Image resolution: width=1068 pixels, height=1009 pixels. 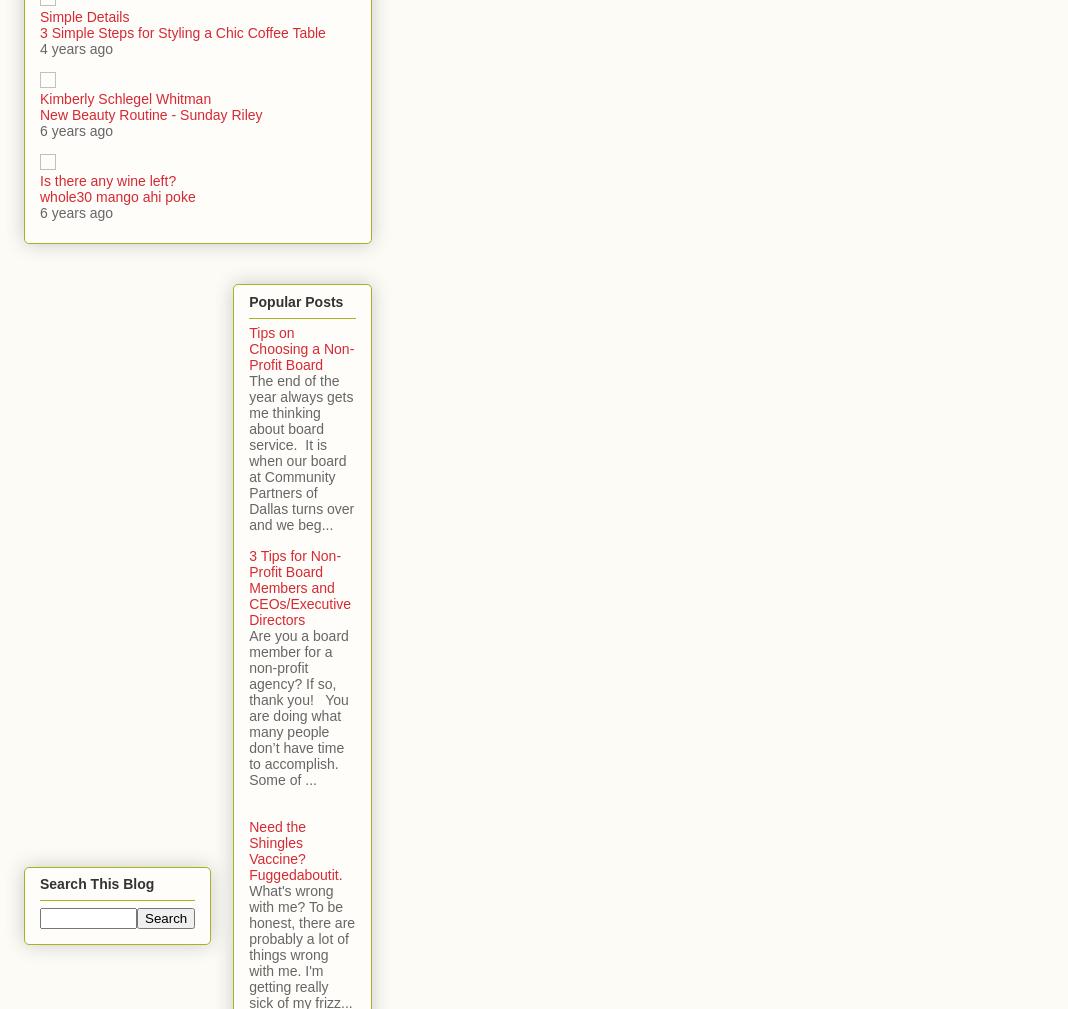 I want to click on 'Tips on Choosing a Non-Profit Board', so click(x=248, y=347).